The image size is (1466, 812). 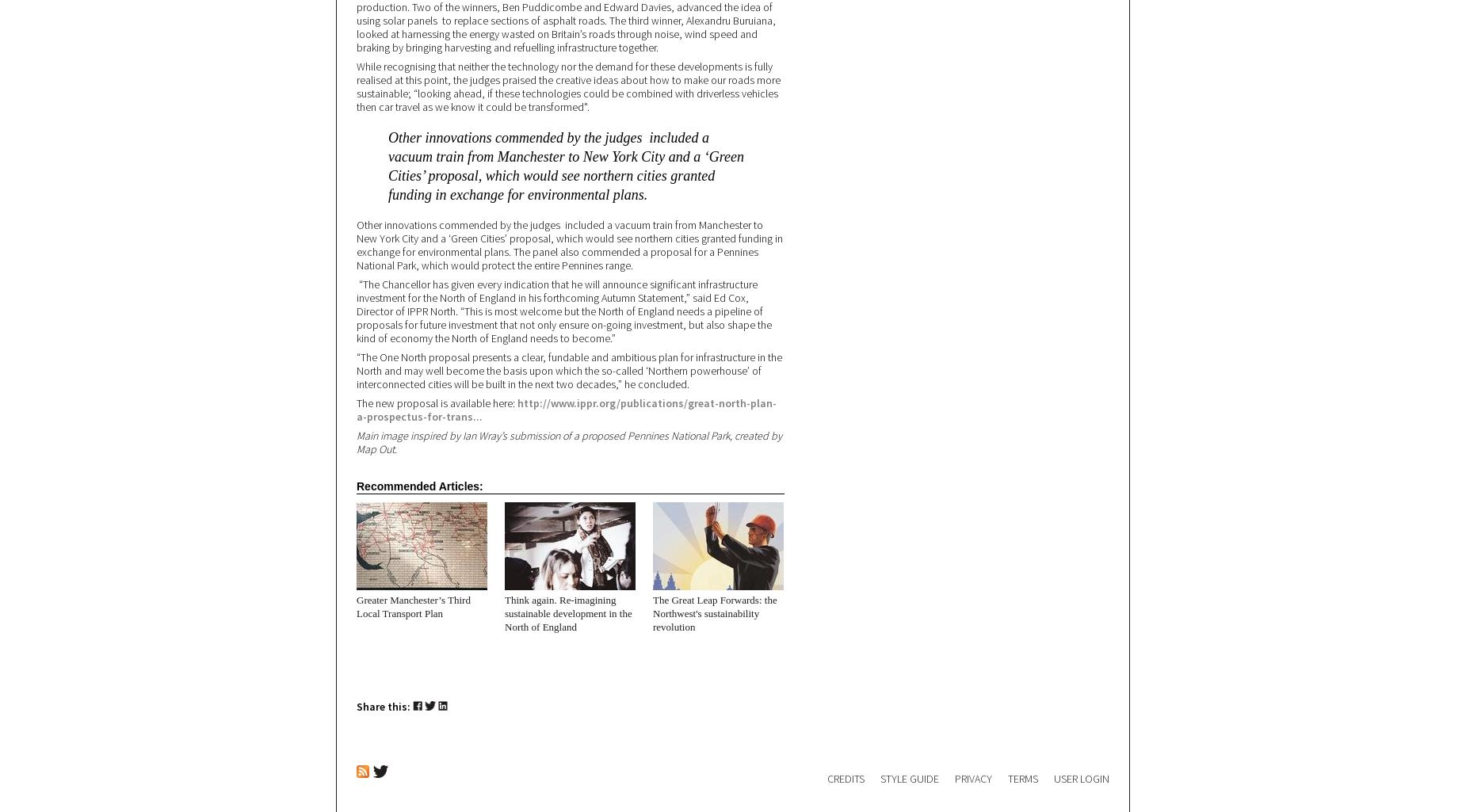 I want to click on 'The new proposal is available here:', so click(x=437, y=403).